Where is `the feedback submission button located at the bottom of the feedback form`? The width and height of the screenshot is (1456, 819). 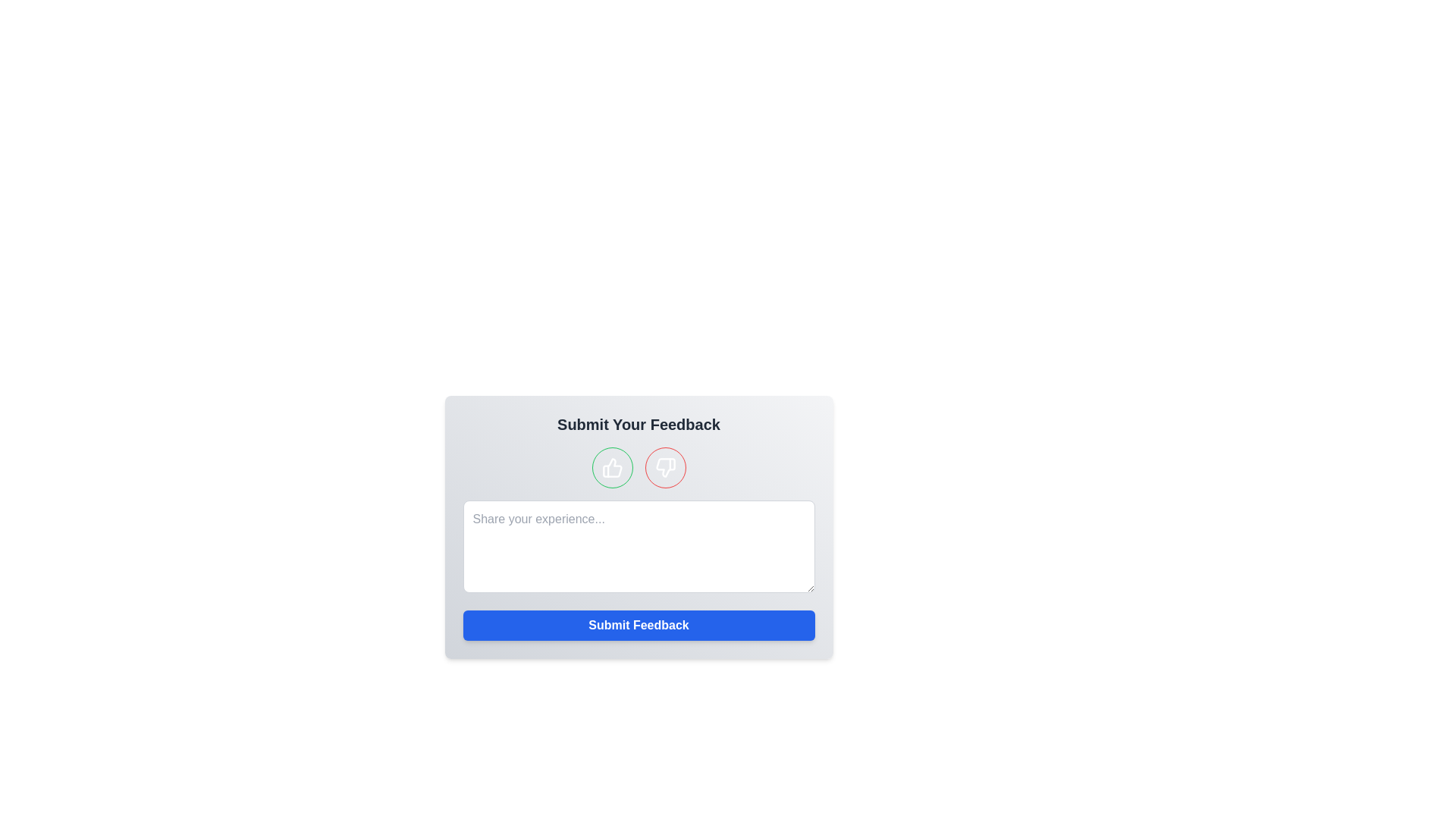 the feedback submission button located at the bottom of the feedback form is located at coordinates (639, 626).